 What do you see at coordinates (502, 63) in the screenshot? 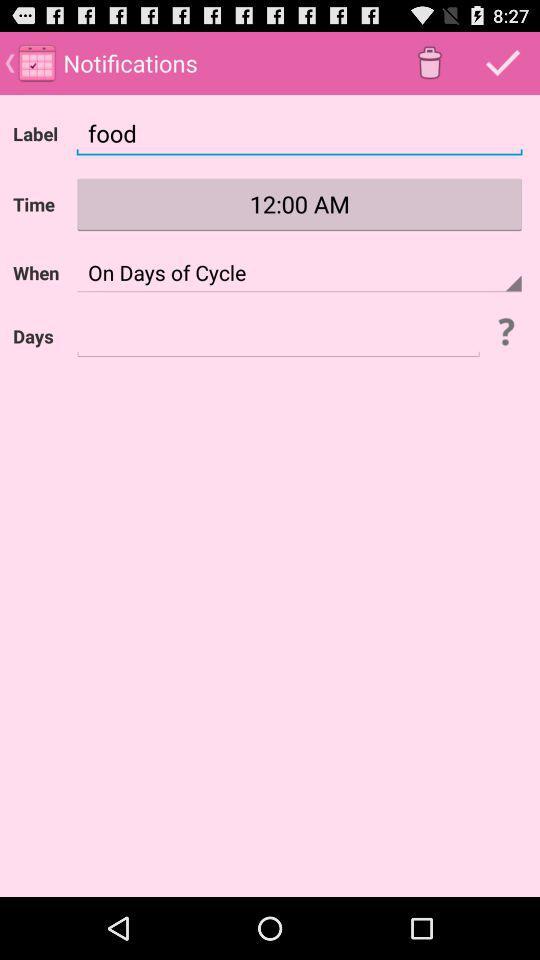
I see `tick or done button which is after delete button on page` at bounding box center [502, 63].